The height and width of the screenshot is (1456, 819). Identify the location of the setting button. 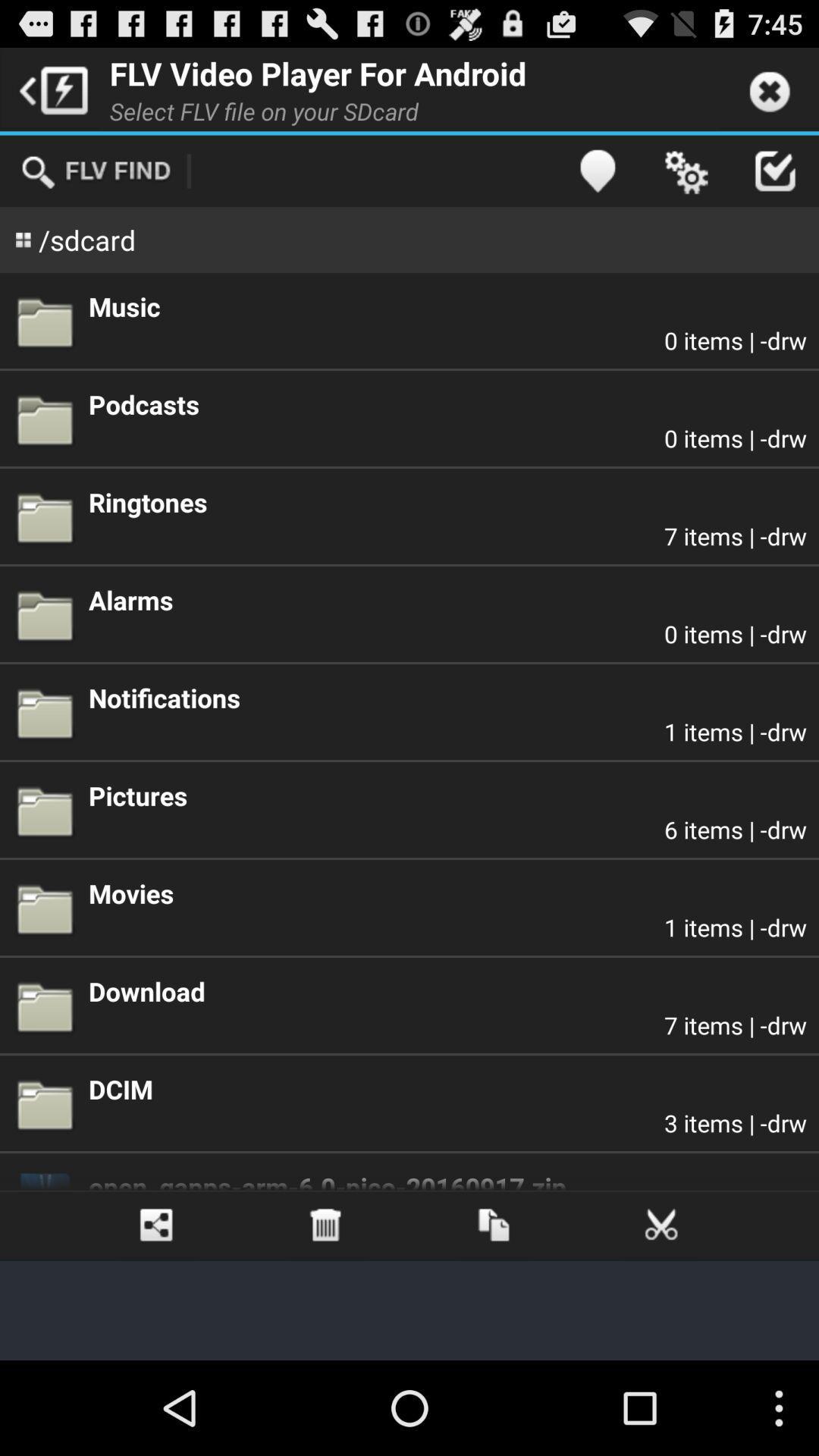
(686, 171).